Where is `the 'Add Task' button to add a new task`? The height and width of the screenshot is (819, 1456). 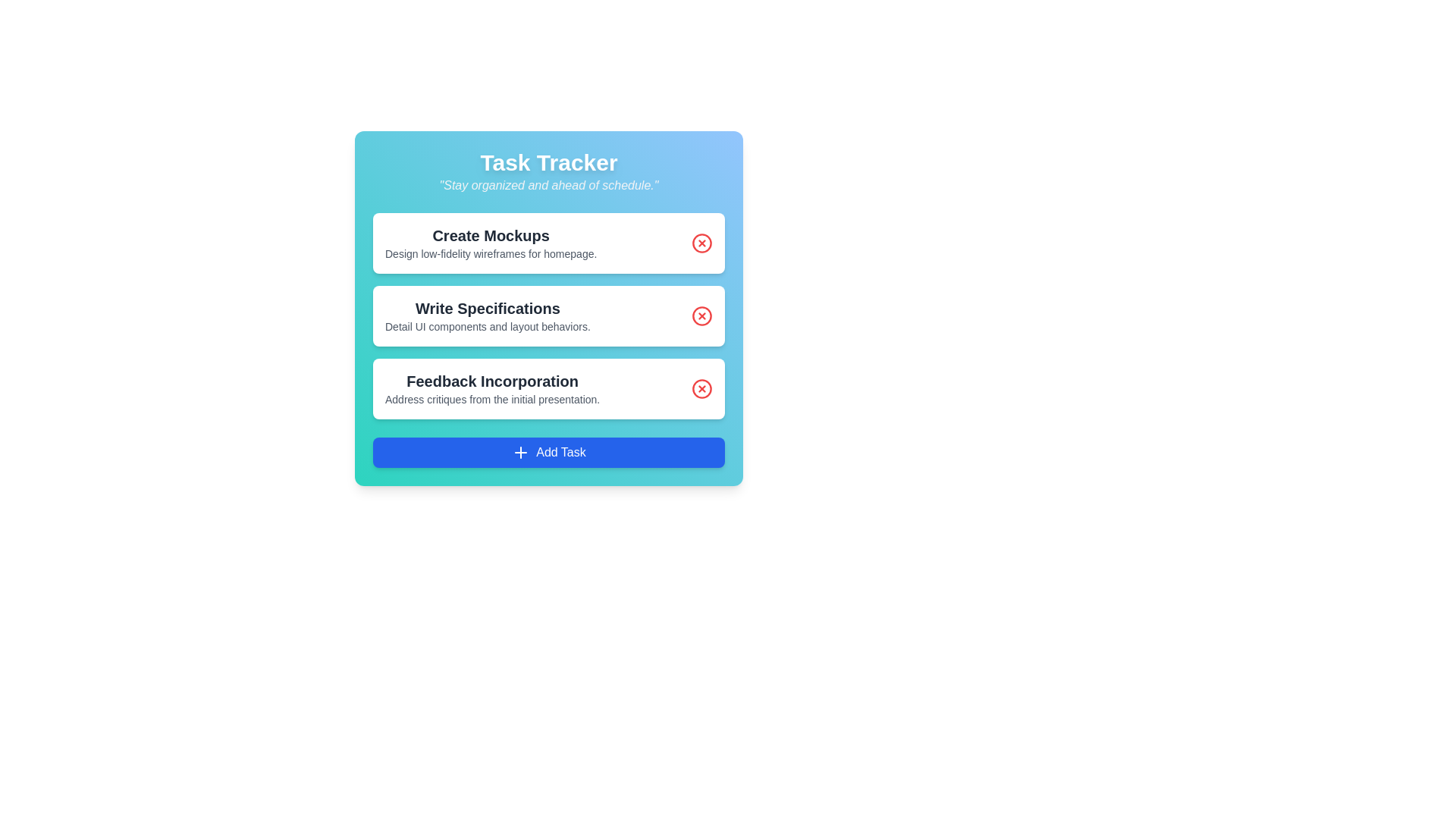 the 'Add Task' button to add a new task is located at coordinates (548, 452).